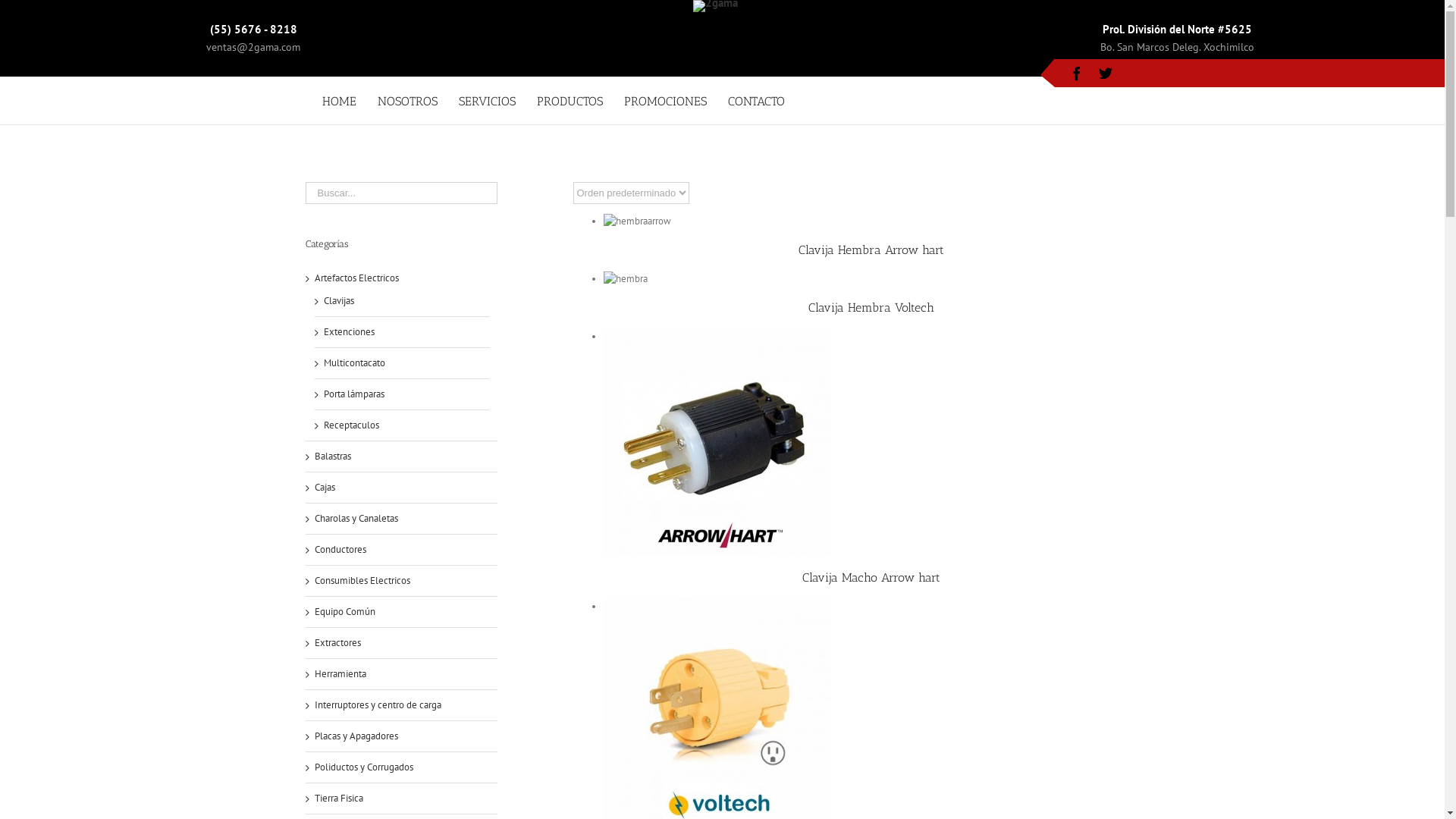 This screenshot has width=1456, height=819. What do you see at coordinates (1106, 73) in the screenshot?
I see `'Twitter'` at bounding box center [1106, 73].